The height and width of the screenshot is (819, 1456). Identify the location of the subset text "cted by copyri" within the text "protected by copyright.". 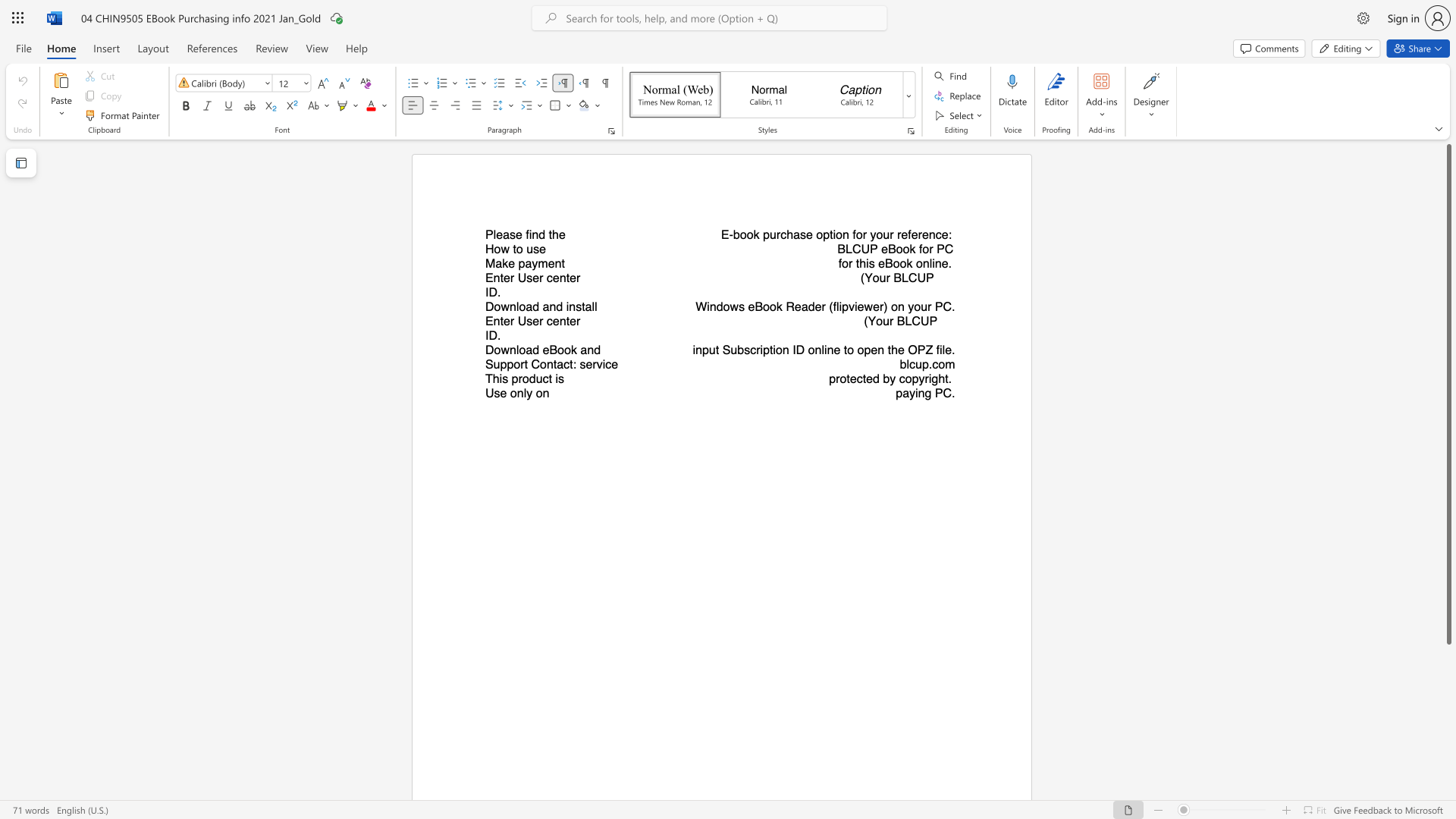
(856, 378).